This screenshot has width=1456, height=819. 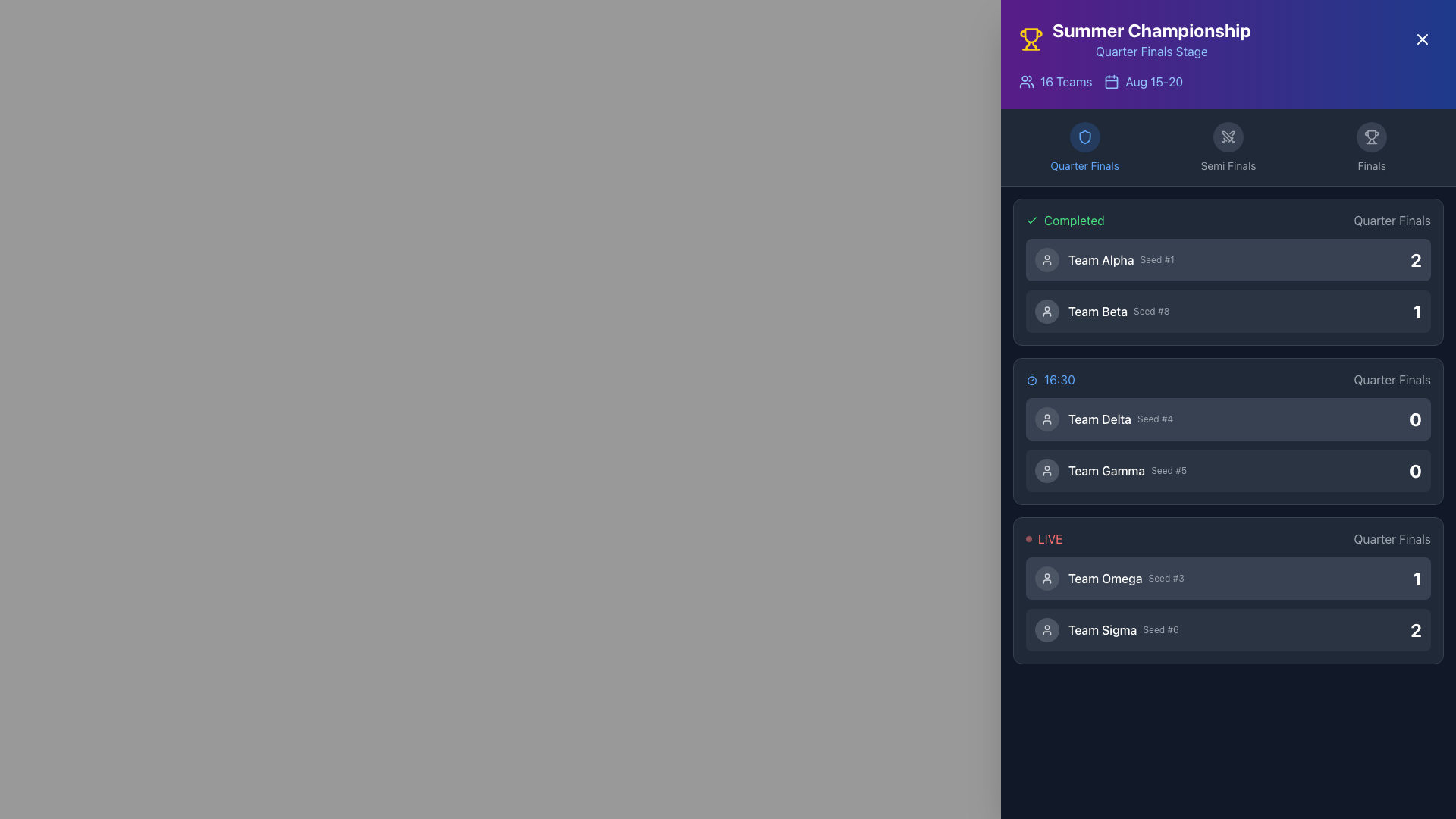 What do you see at coordinates (1046, 629) in the screenshot?
I see `the circular avatar icon representing 'Team Sigma' located to the left of the text 'Team Sigma Seed #6' in the 'LIVE' section` at bounding box center [1046, 629].